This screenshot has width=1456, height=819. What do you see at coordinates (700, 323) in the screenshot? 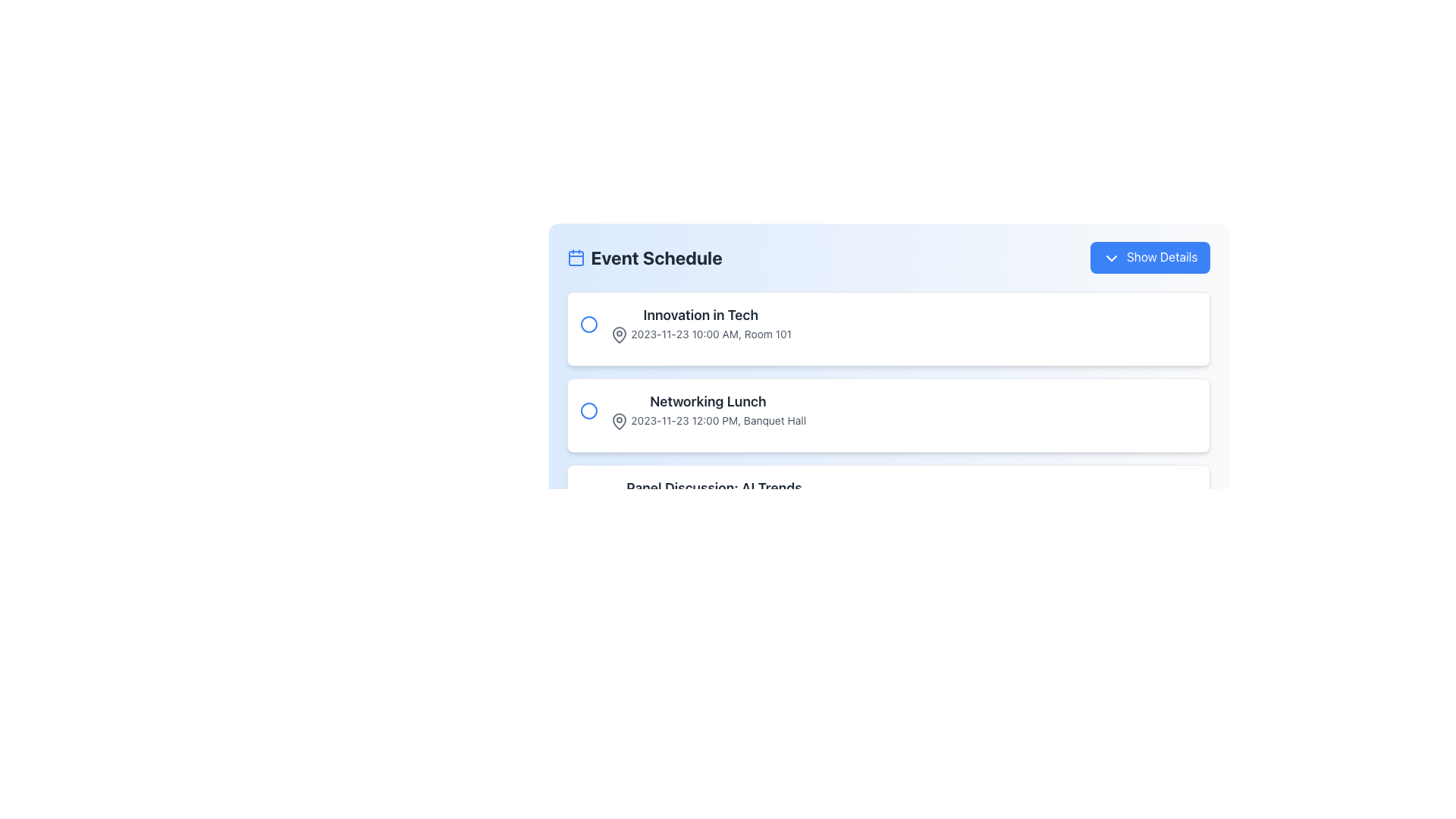
I see `the first event text block that contains an embedded icon, which provides details such as title, date, time, and location` at bounding box center [700, 323].